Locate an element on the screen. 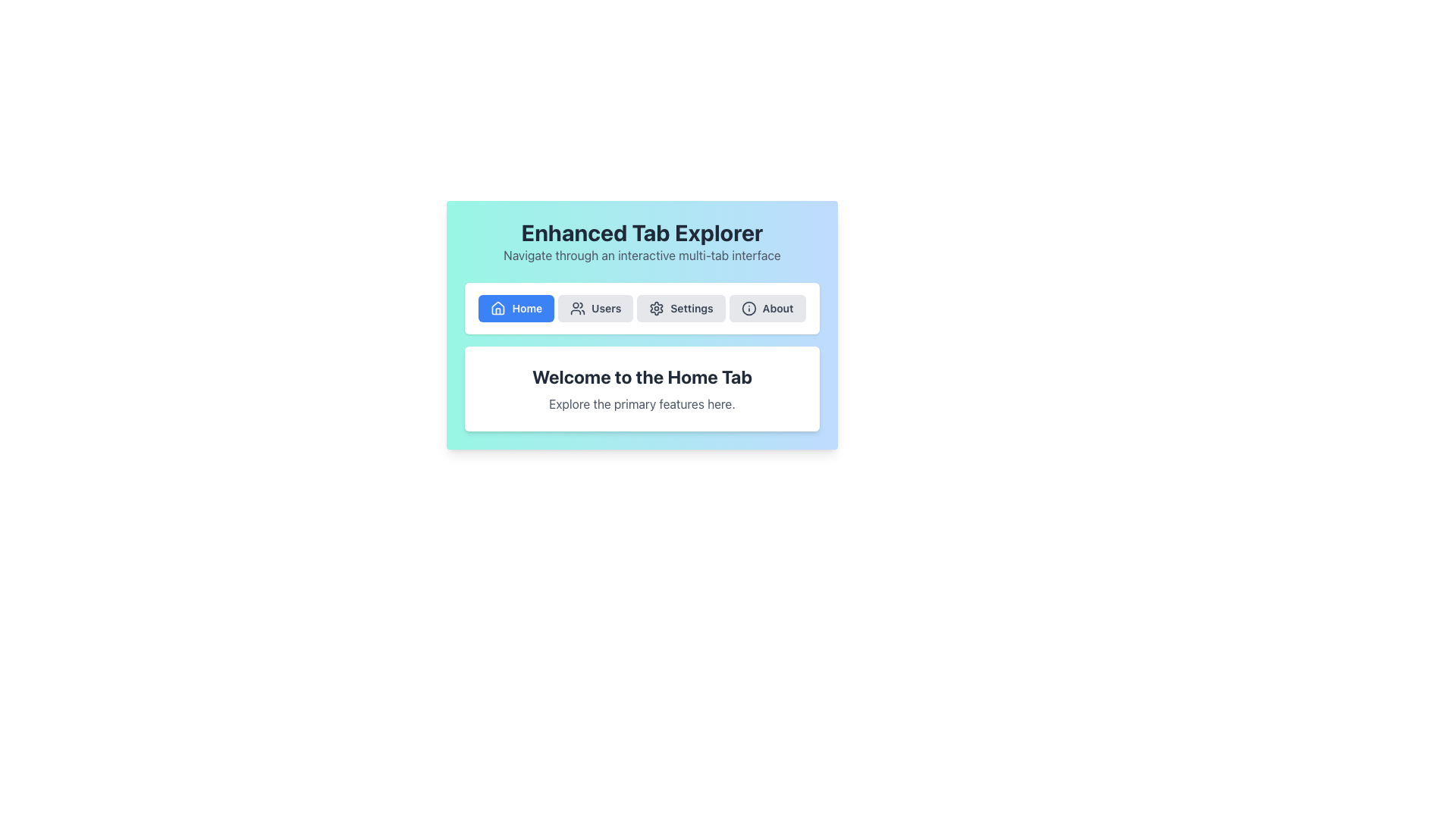 This screenshot has height=819, width=1456. the 'About' icon within the navigation button located centrally in the interface is located at coordinates (748, 308).